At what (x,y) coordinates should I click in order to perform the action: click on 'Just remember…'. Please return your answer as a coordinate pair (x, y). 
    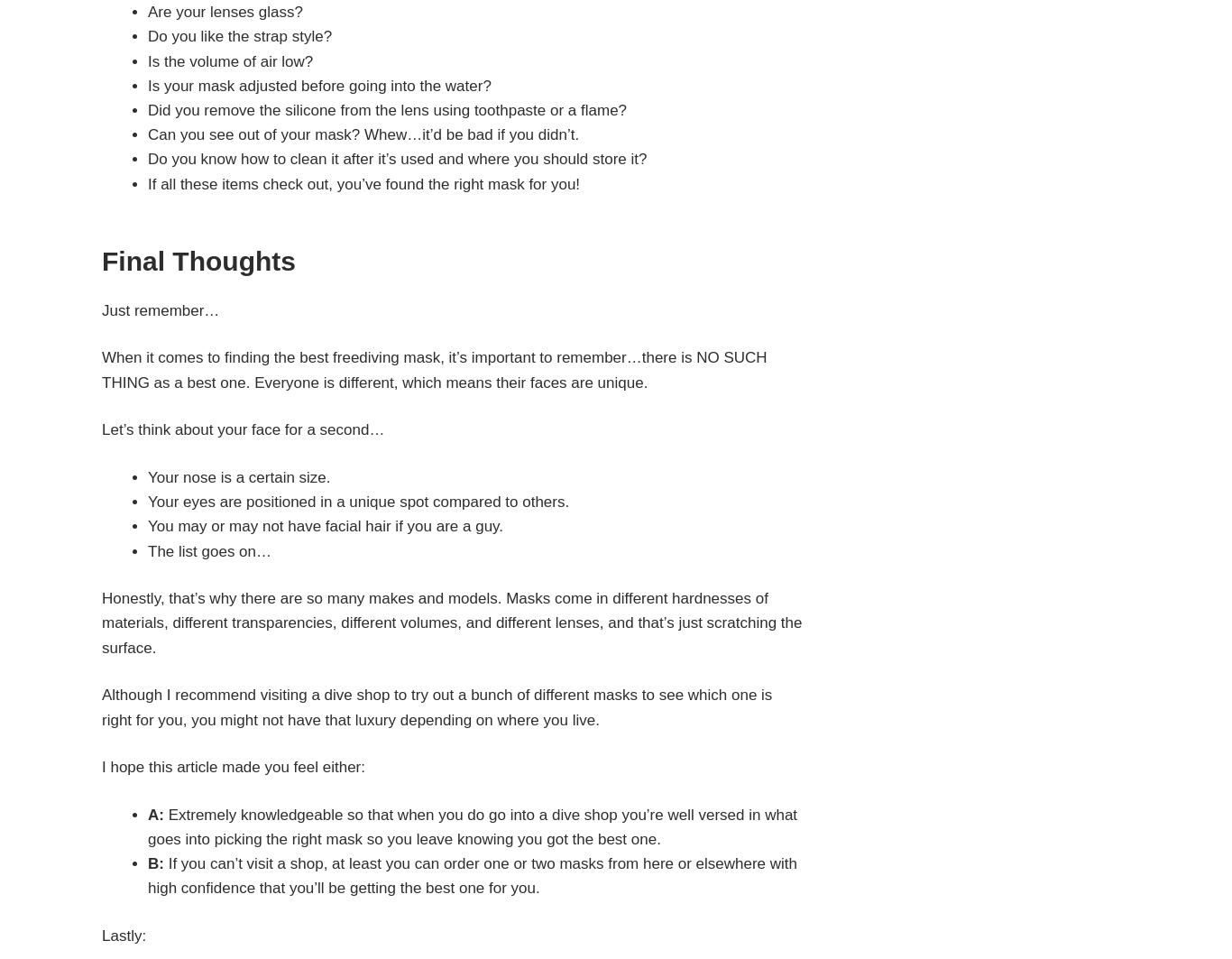
    Looking at the image, I should click on (101, 309).